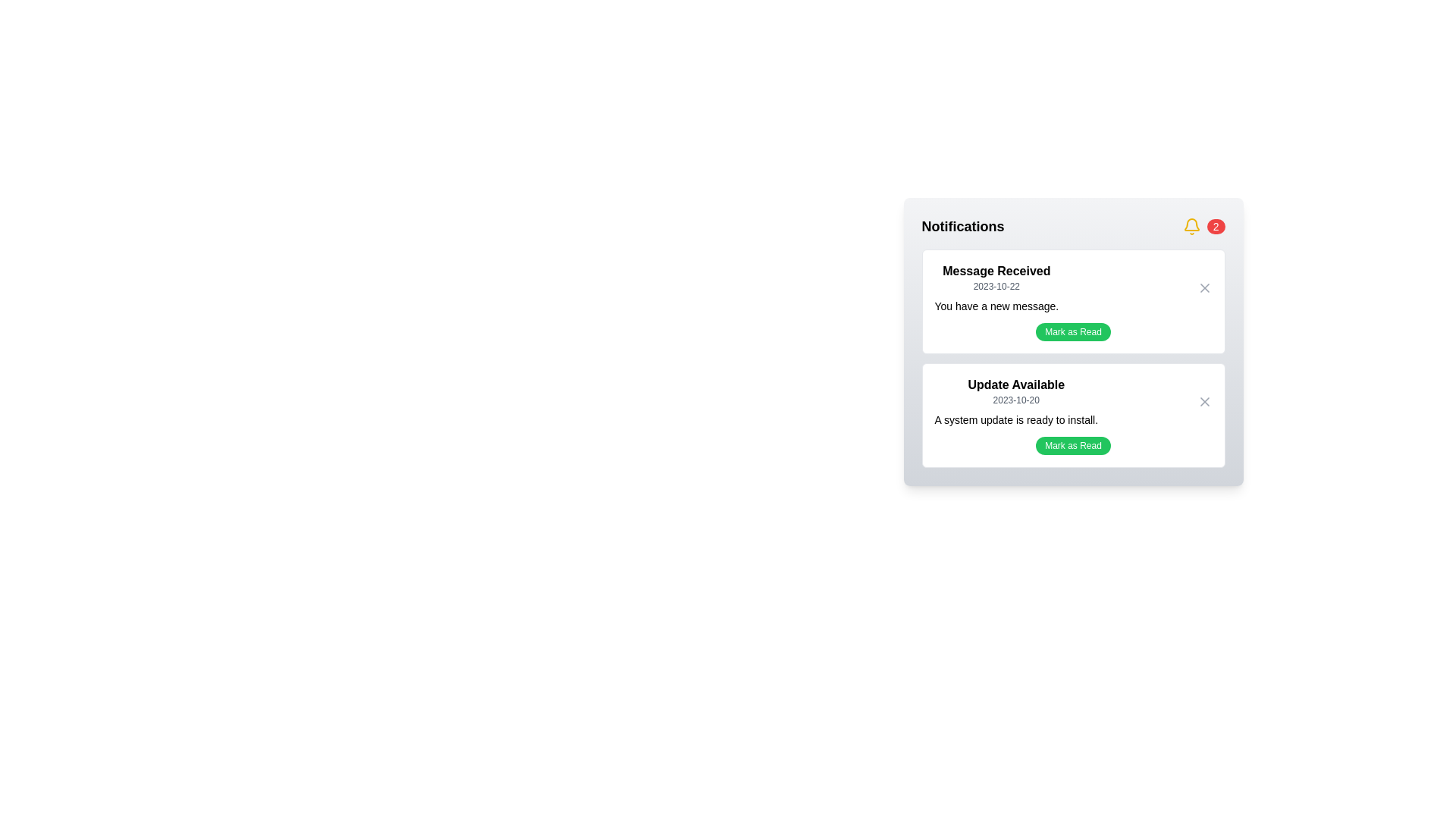 This screenshot has height=819, width=1456. Describe the element at coordinates (1203, 288) in the screenshot. I see `the Close Icon, which appears as an 'X' in the top-right corner of the notification card` at that location.